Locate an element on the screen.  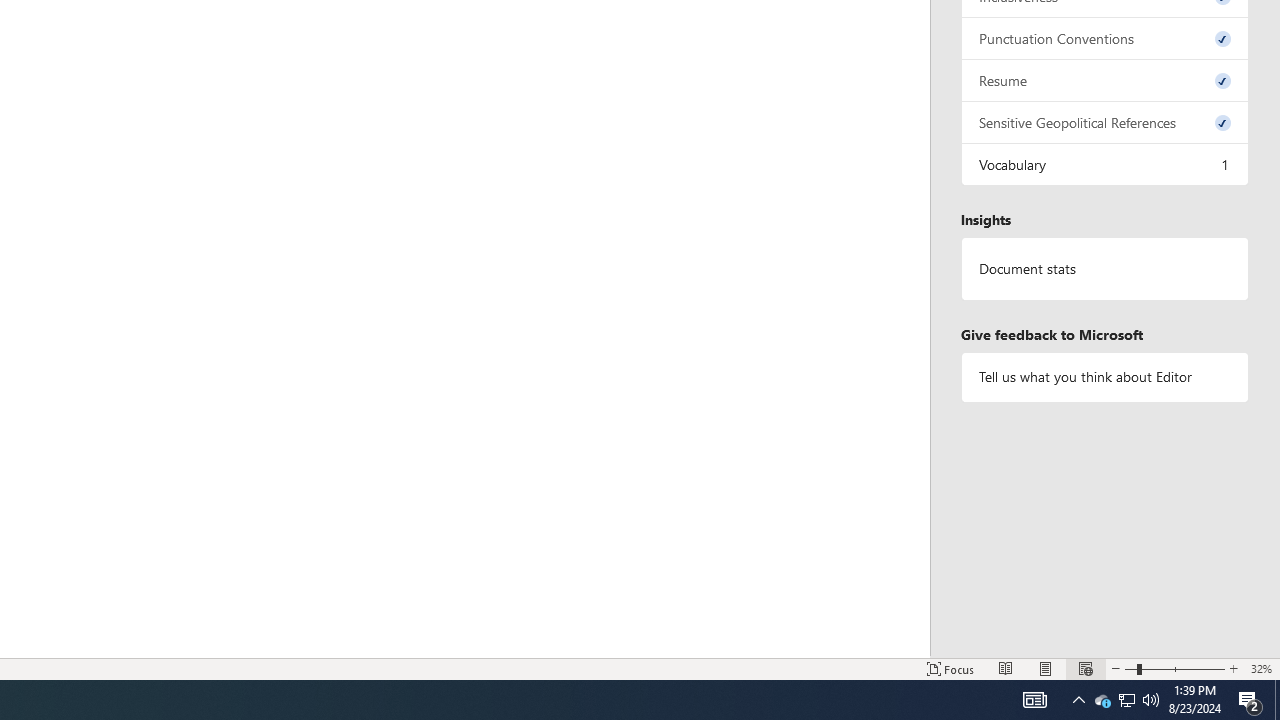
'Zoom 32%' is located at coordinates (1260, 669).